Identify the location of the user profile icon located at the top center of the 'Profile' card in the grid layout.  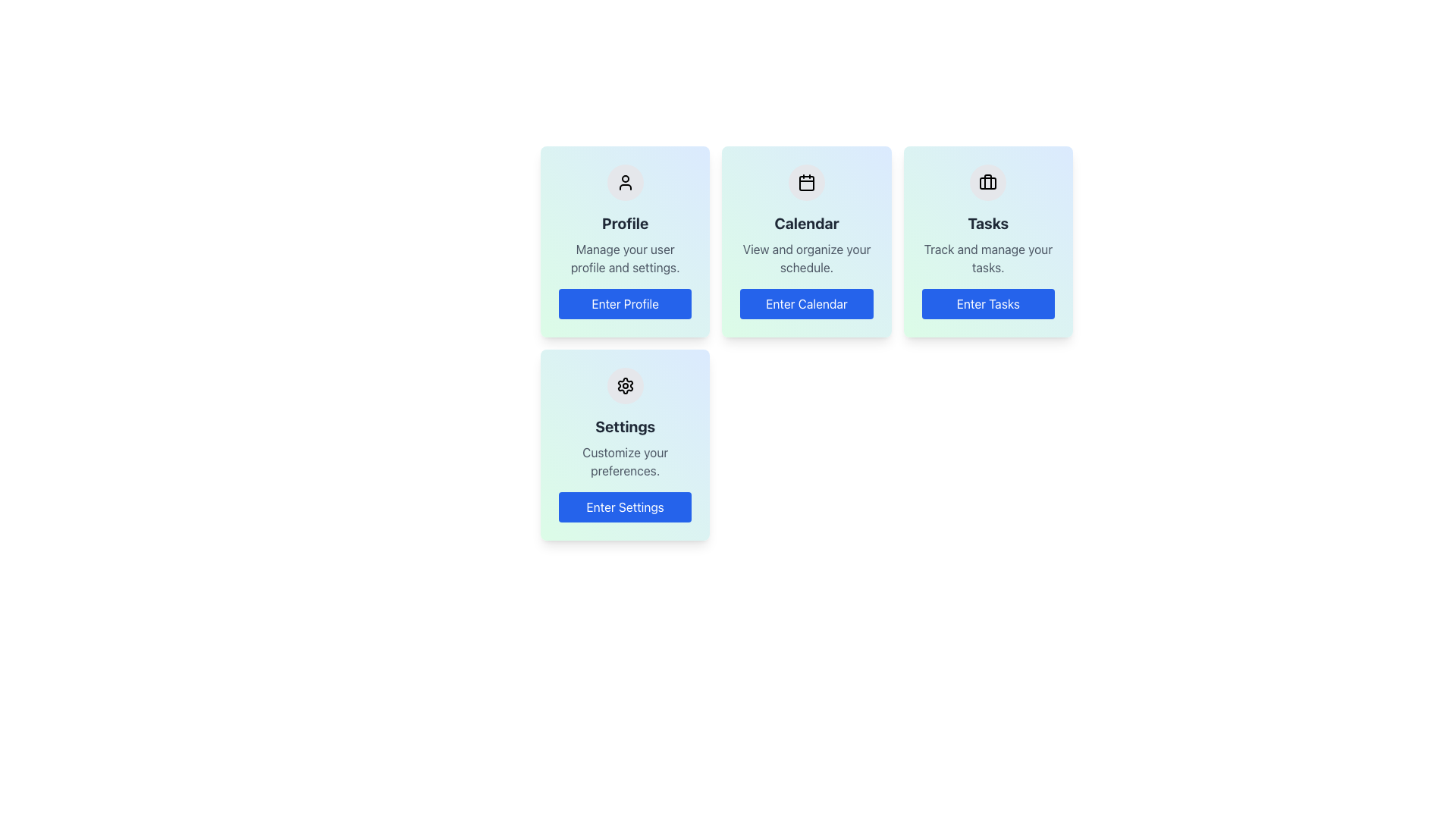
(625, 181).